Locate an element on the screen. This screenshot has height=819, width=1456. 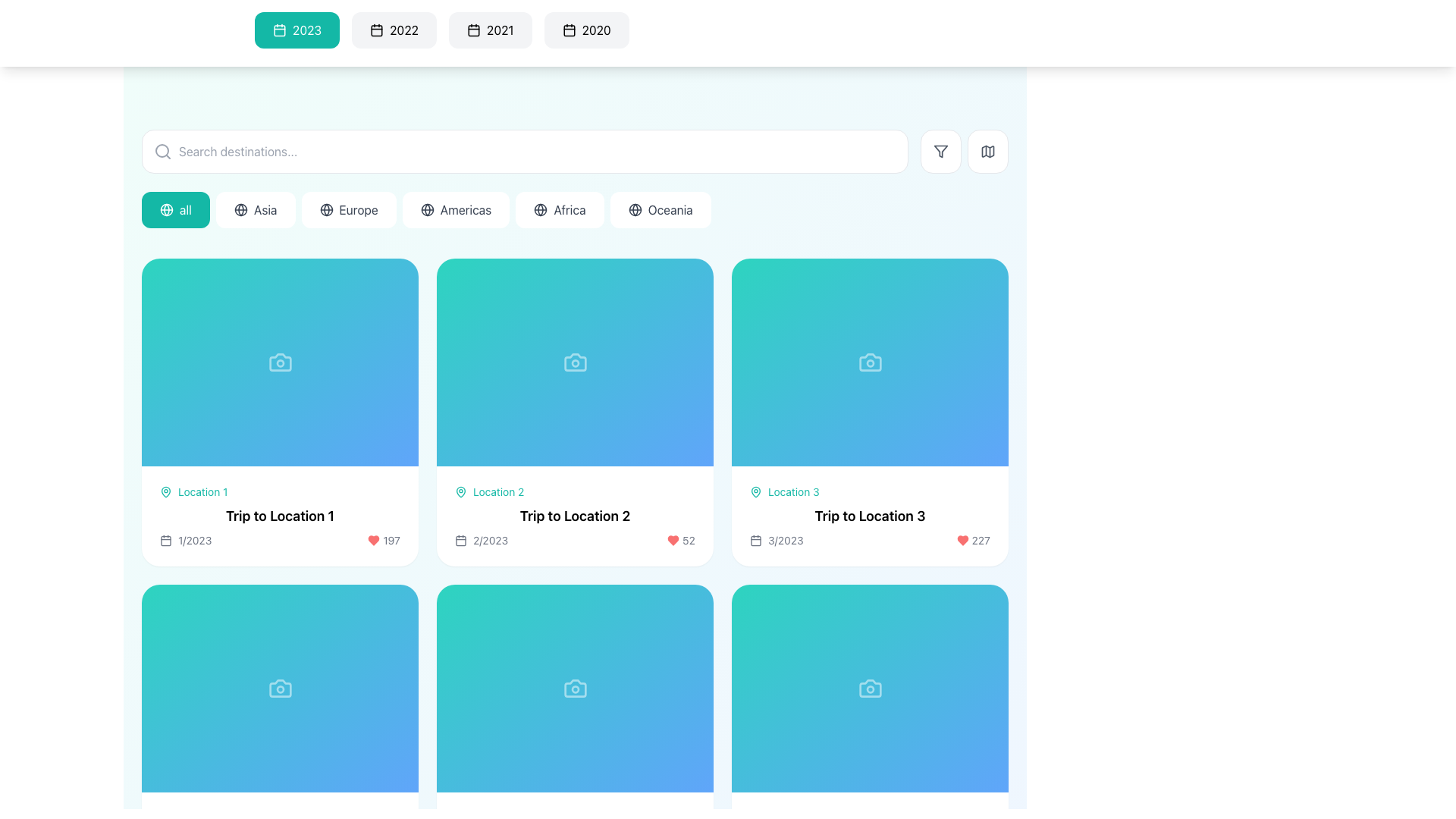
the globe icon associated with the filter button located at the top-left section of the layout above the grid of items is located at coordinates (426, 210).